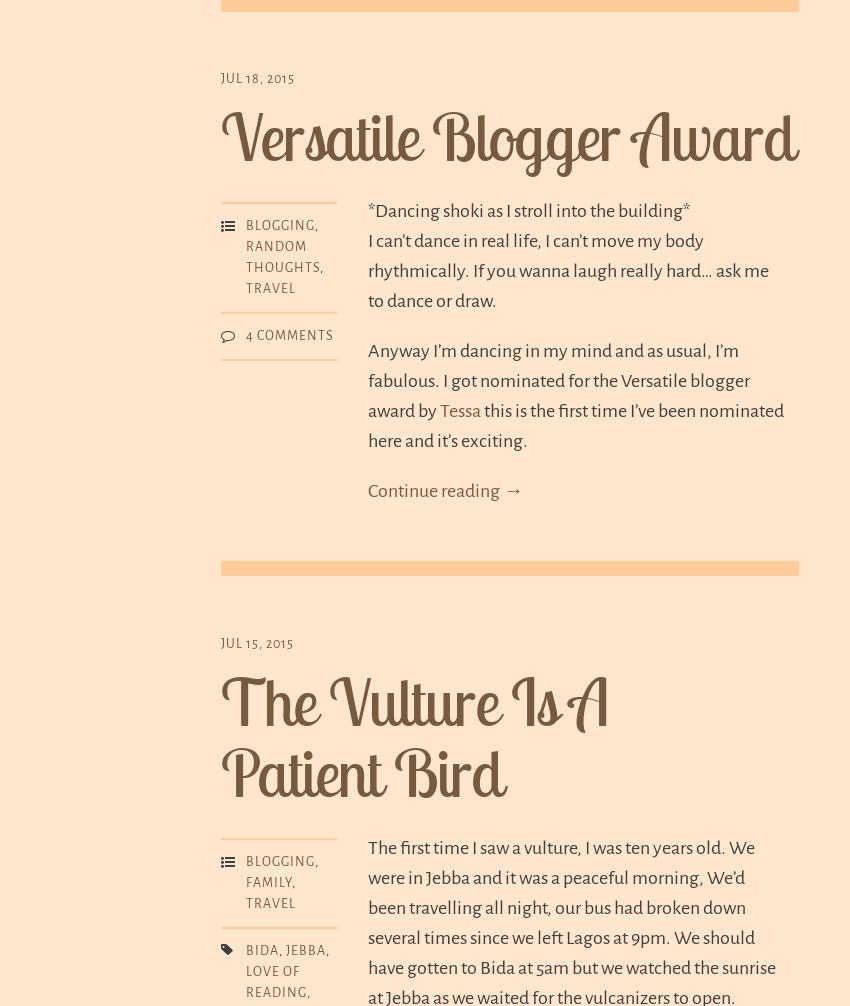 The width and height of the screenshot is (850, 1006). What do you see at coordinates (528, 210) in the screenshot?
I see `'*Dancing shoki as I stroll into the building*'` at bounding box center [528, 210].